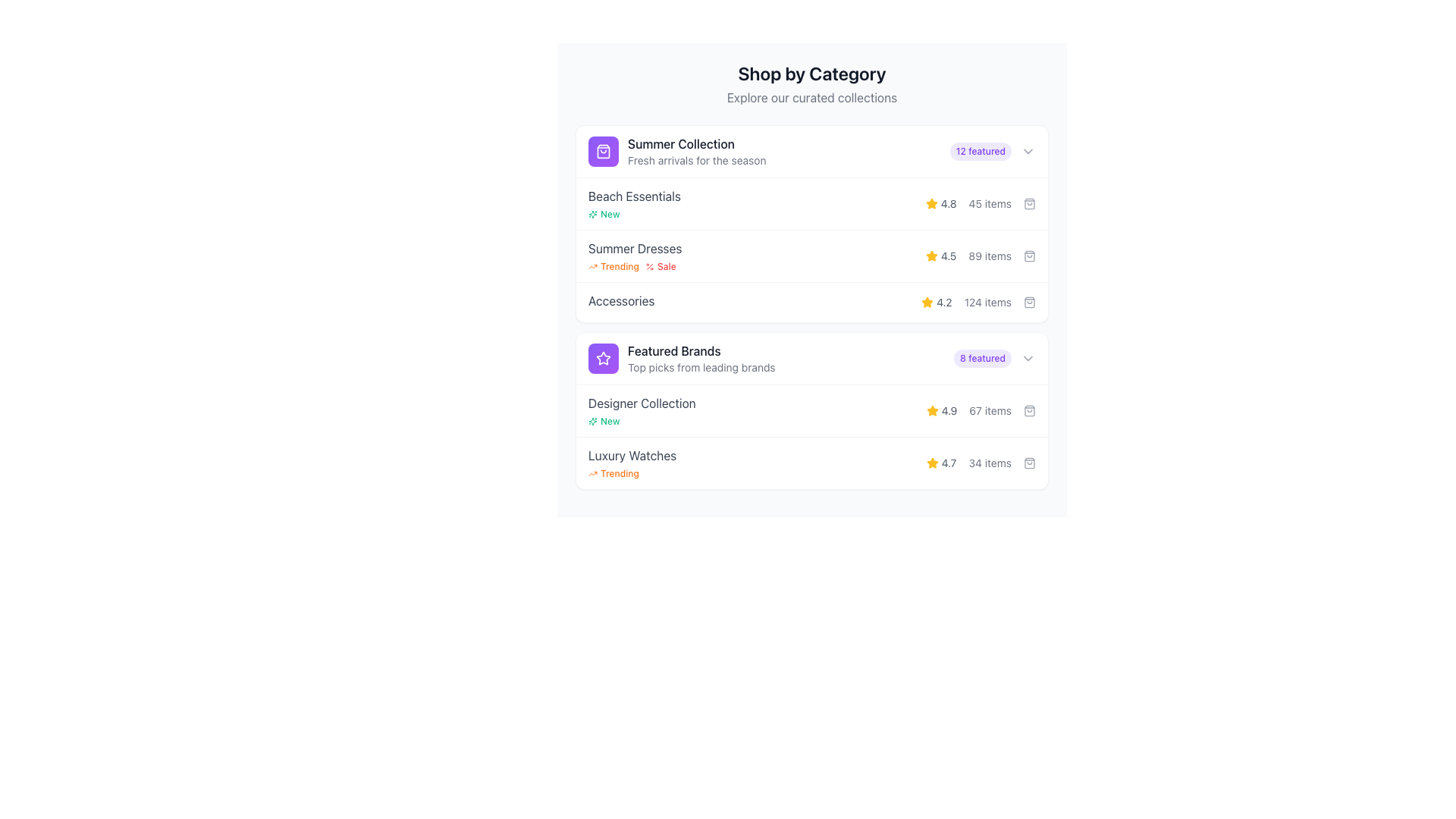 This screenshot has width=1456, height=819. Describe the element at coordinates (990, 411) in the screenshot. I see `the text label displaying '67 items', which is positioned to the right of the star rating '4.9' and before the shopping bag icon in the 'Designer Collection' row under 'Featured Brands'` at that location.